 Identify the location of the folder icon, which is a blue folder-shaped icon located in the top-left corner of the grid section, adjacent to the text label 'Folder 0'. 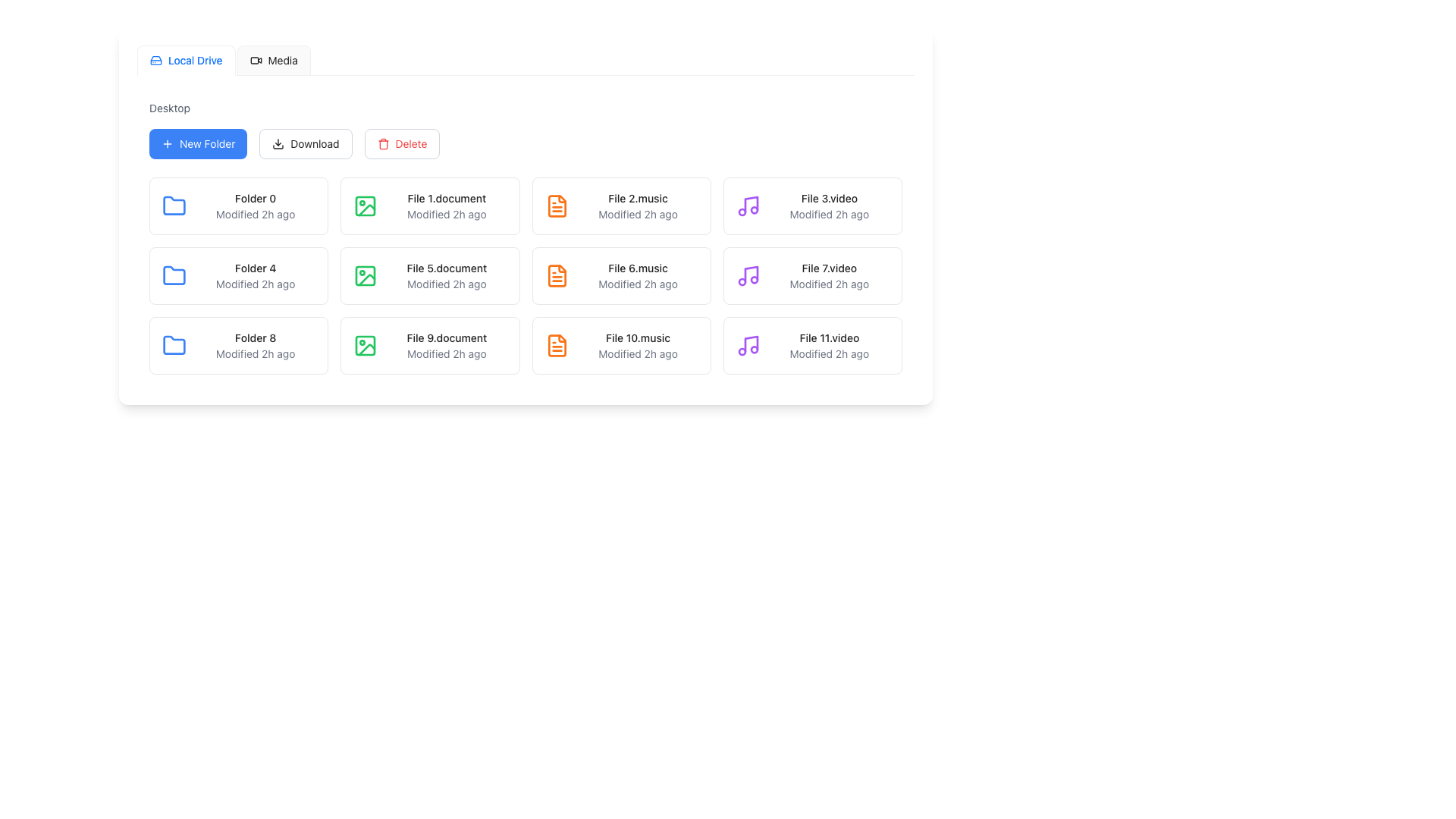
(174, 205).